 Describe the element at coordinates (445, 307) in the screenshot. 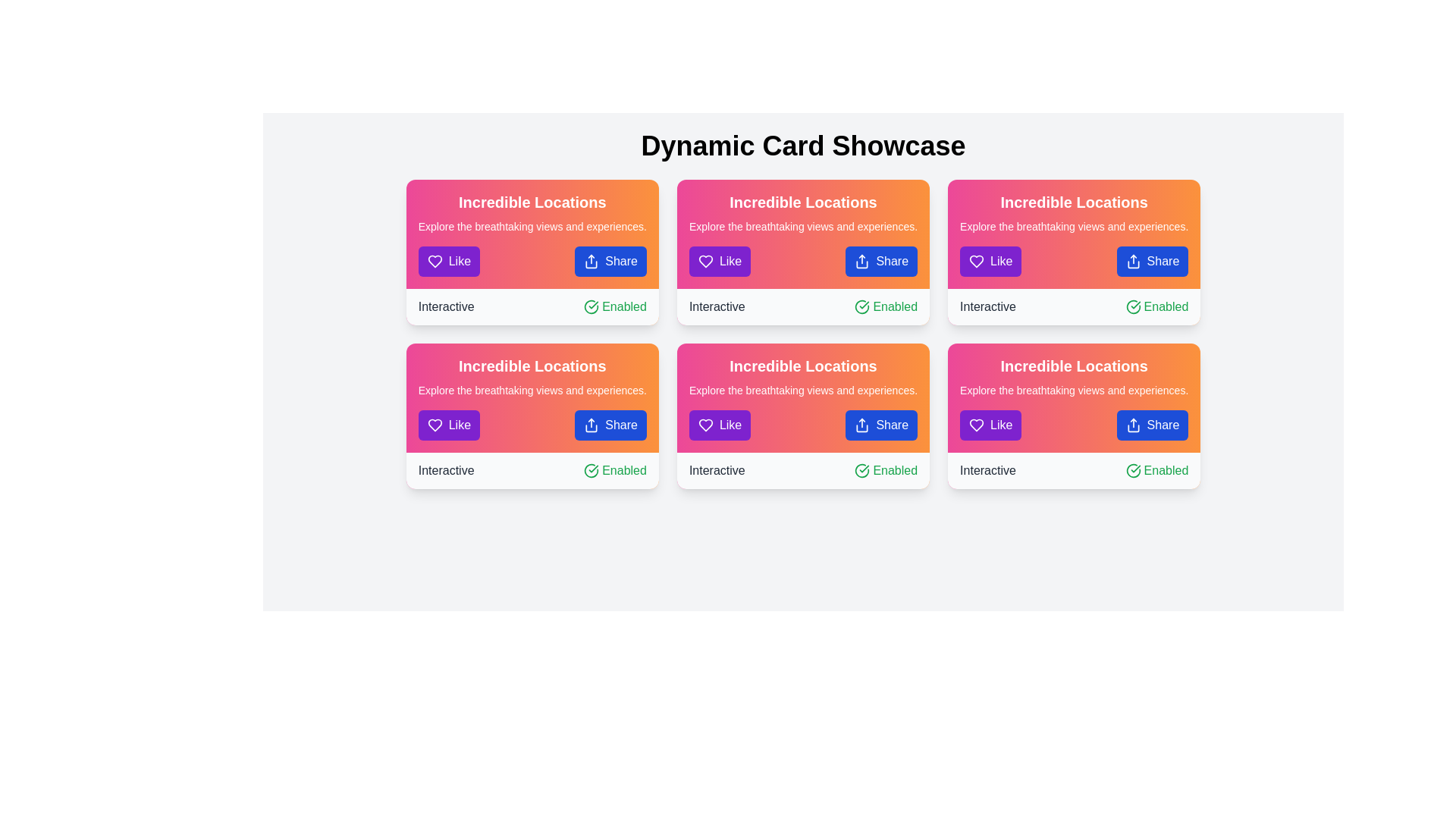

I see `label text that describes the interactive state of the card, positioned in the gray background section of the card, leftmost in the first column, second row, above the checkbox icon and to the left of the green 'Enabled' label` at that location.